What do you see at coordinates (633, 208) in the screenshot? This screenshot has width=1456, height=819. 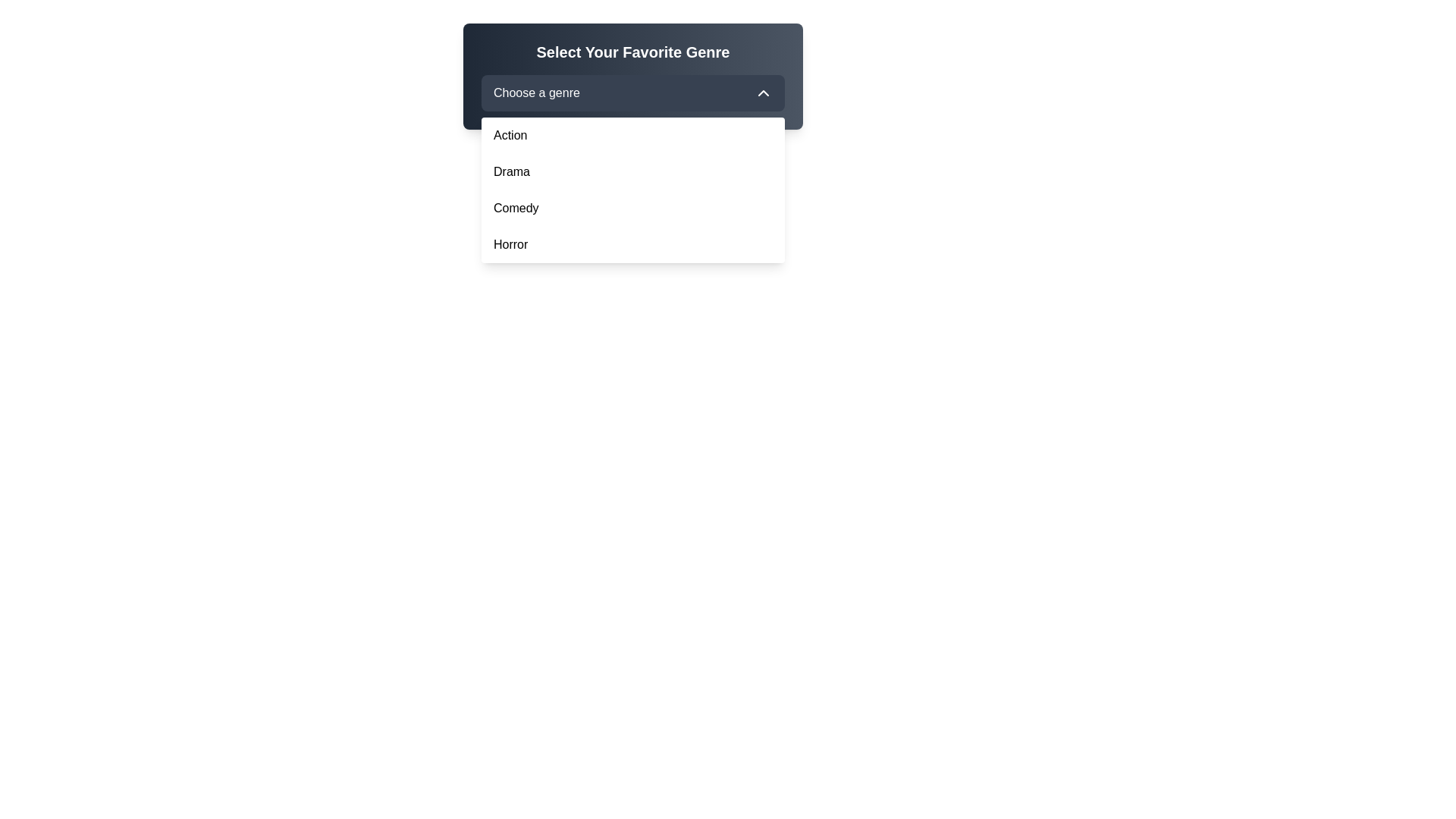 I see `the 'Comedy' dropdown menu option, which is the third item in a vertical list` at bounding box center [633, 208].